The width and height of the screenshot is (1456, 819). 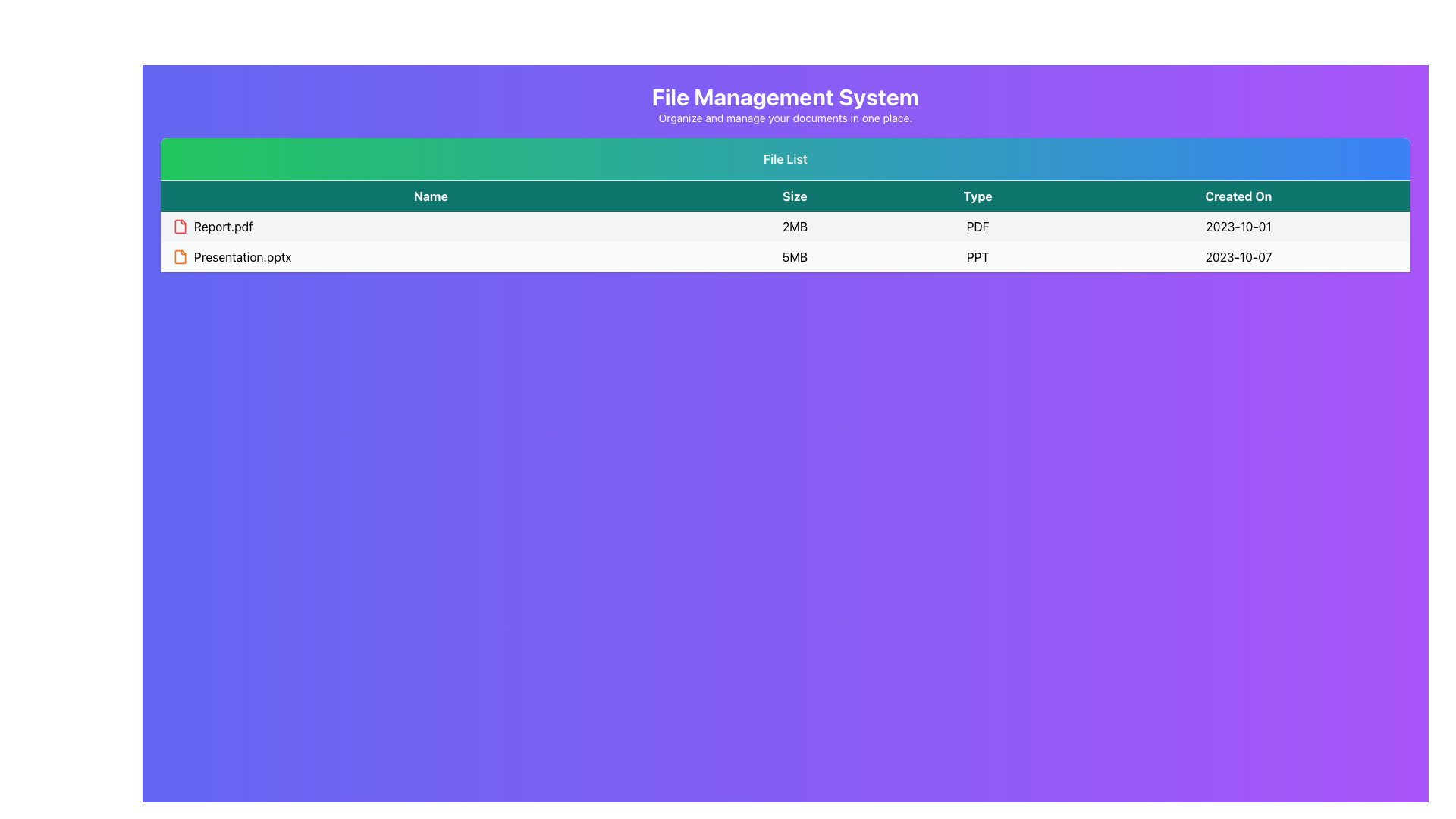 What do you see at coordinates (182, 227) in the screenshot?
I see `the small red file sheet icon located to the left of 'Report.pdf' in the first row of the table` at bounding box center [182, 227].